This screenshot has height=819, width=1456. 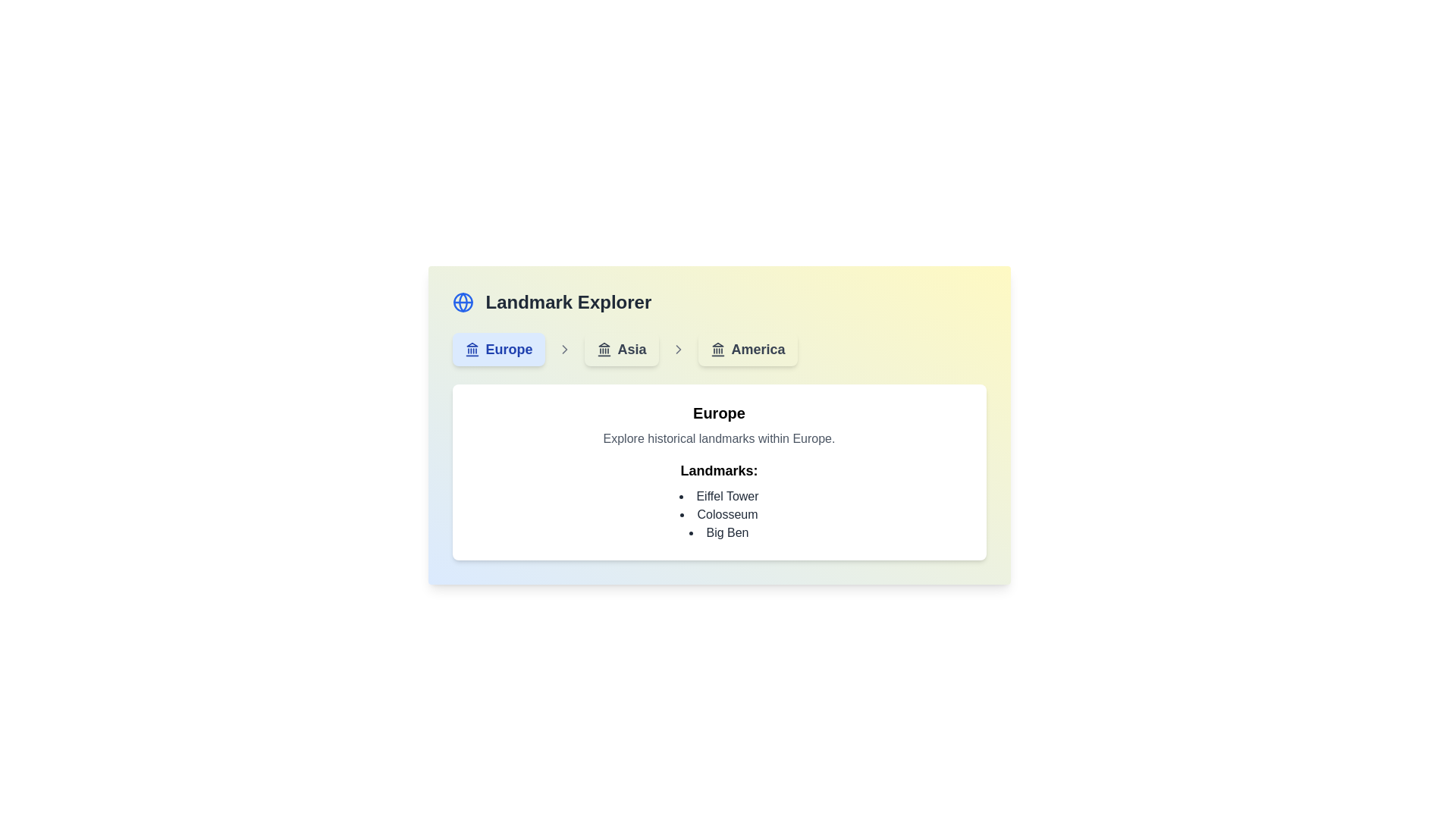 What do you see at coordinates (621, 350) in the screenshot?
I see `the 'Asia' button, which is the second button in a horizontal group of three buttons labeled 'Europe', 'Asia', and 'America'` at bounding box center [621, 350].